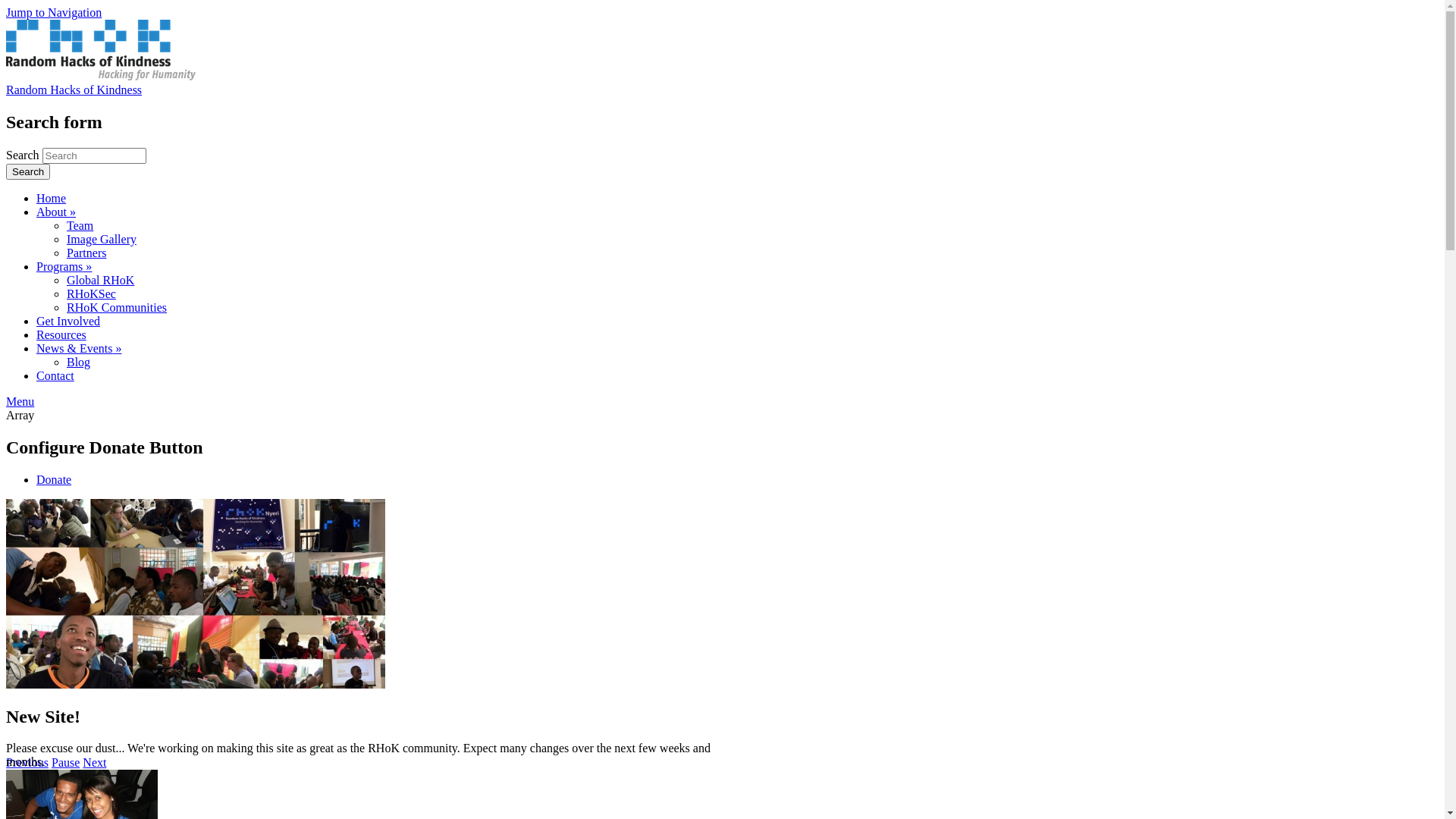 The width and height of the screenshot is (1456, 819). Describe the element at coordinates (93, 762) in the screenshot. I see `'Next'` at that location.